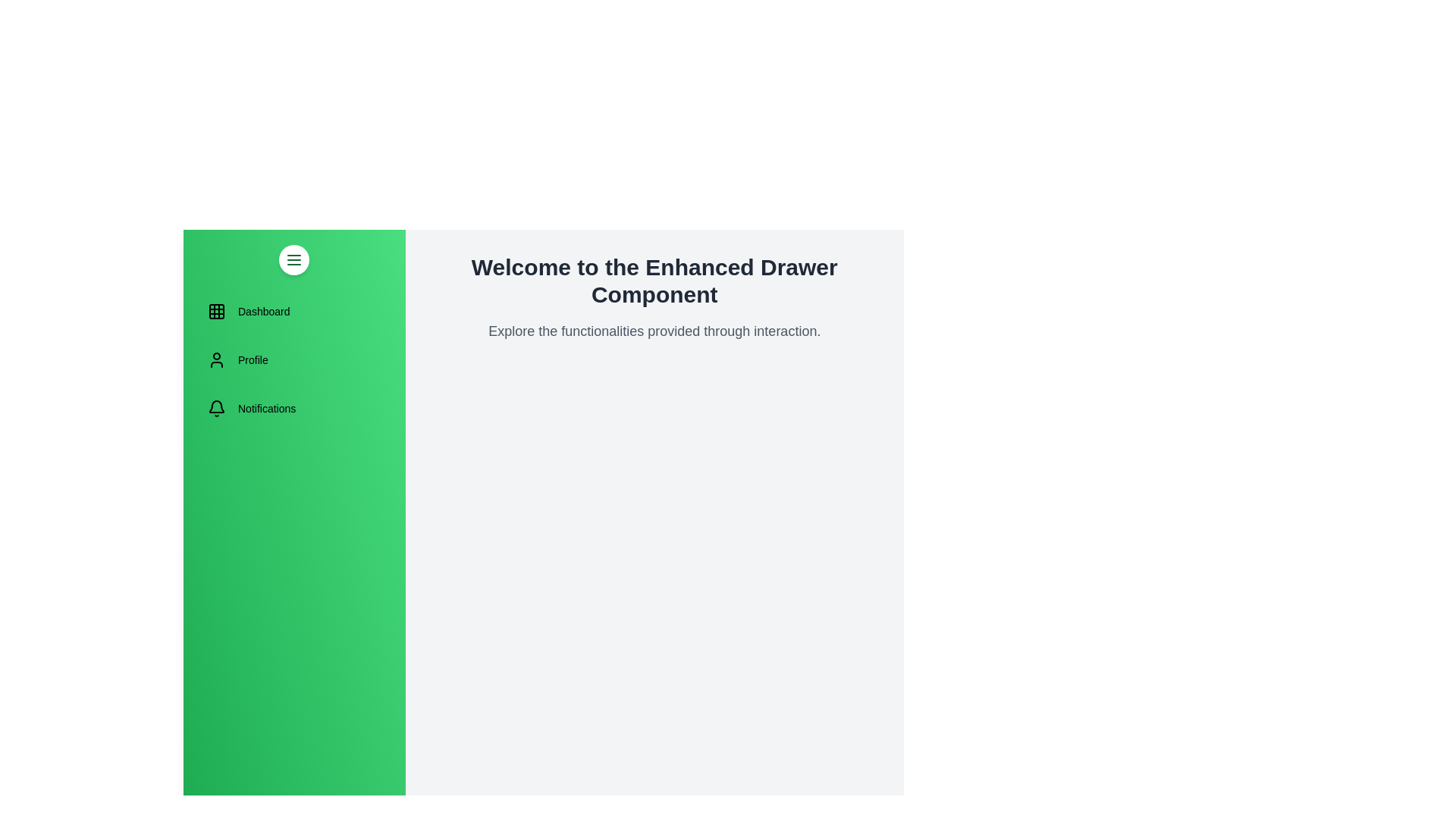 This screenshot has width=1456, height=819. I want to click on the menu item Profile to navigate to the corresponding section, so click(294, 359).